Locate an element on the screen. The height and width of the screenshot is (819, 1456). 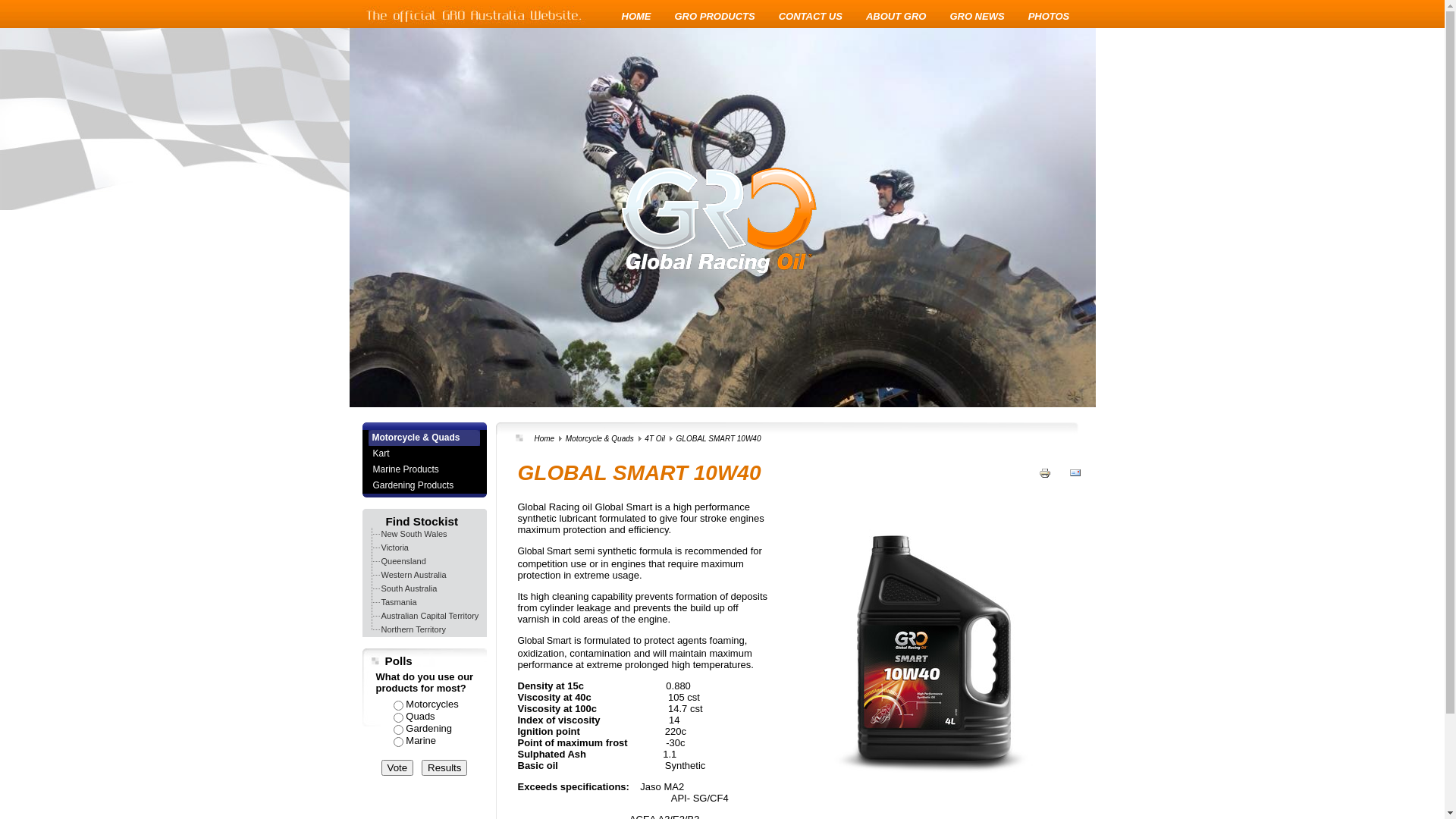
'HOME' is located at coordinates (636, 16).